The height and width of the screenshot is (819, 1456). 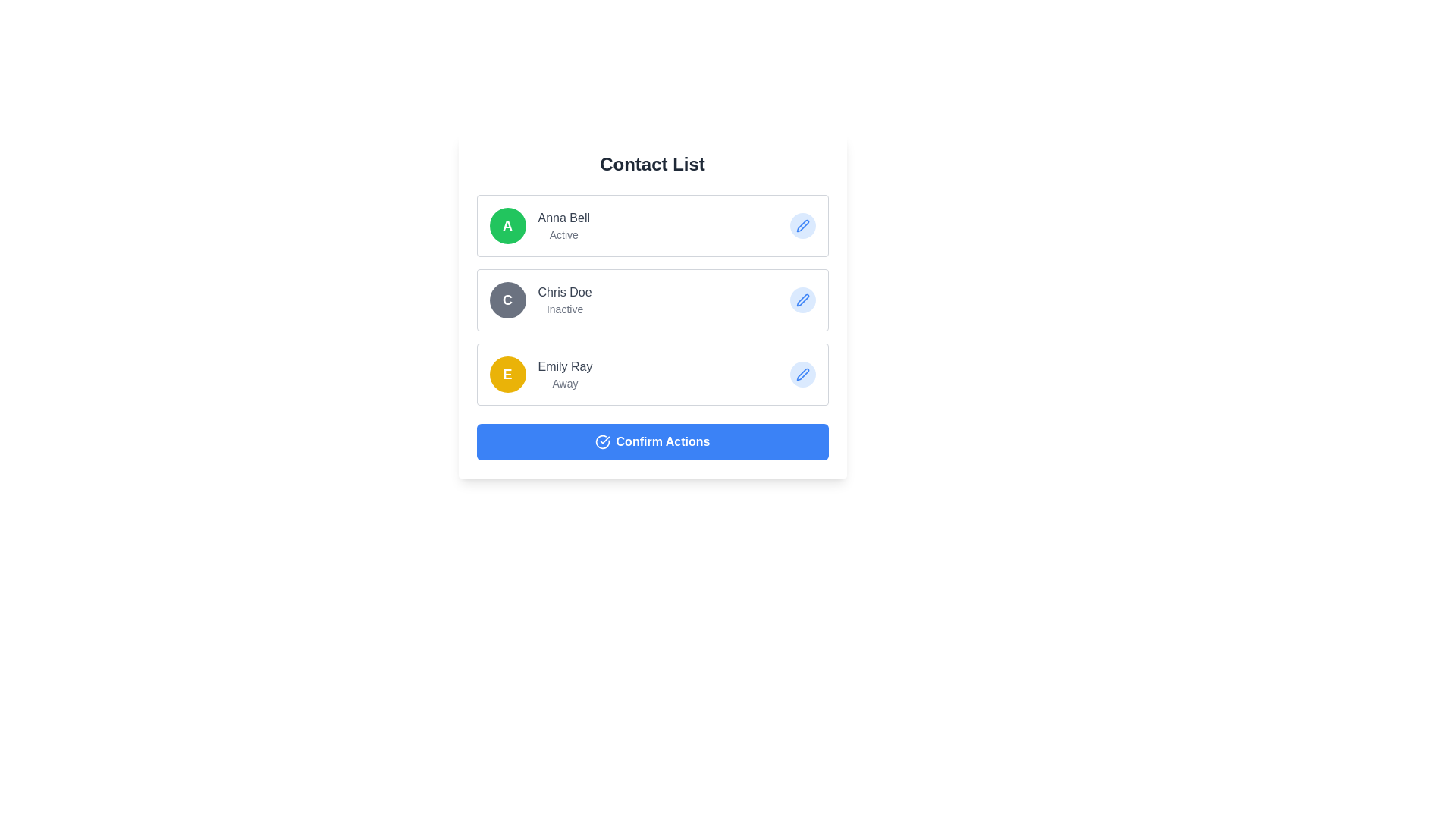 What do you see at coordinates (541, 300) in the screenshot?
I see `the contact list item displaying 'Chris Doe'` at bounding box center [541, 300].